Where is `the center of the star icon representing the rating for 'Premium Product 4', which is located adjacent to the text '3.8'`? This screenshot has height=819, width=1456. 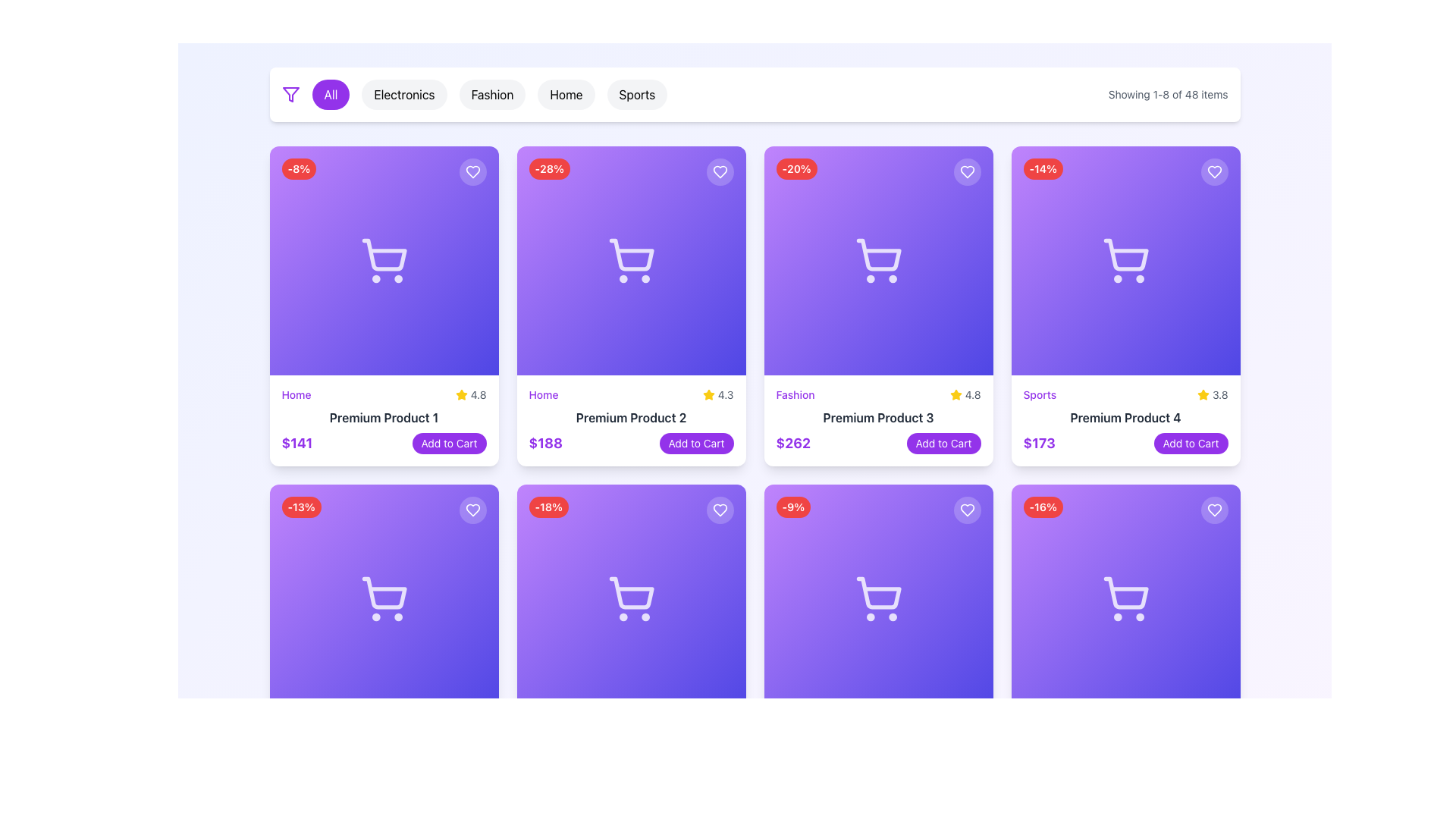
the center of the star icon representing the rating for 'Premium Product 4', which is located adjacent to the text '3.8' is located at coordinates (1203, 394).